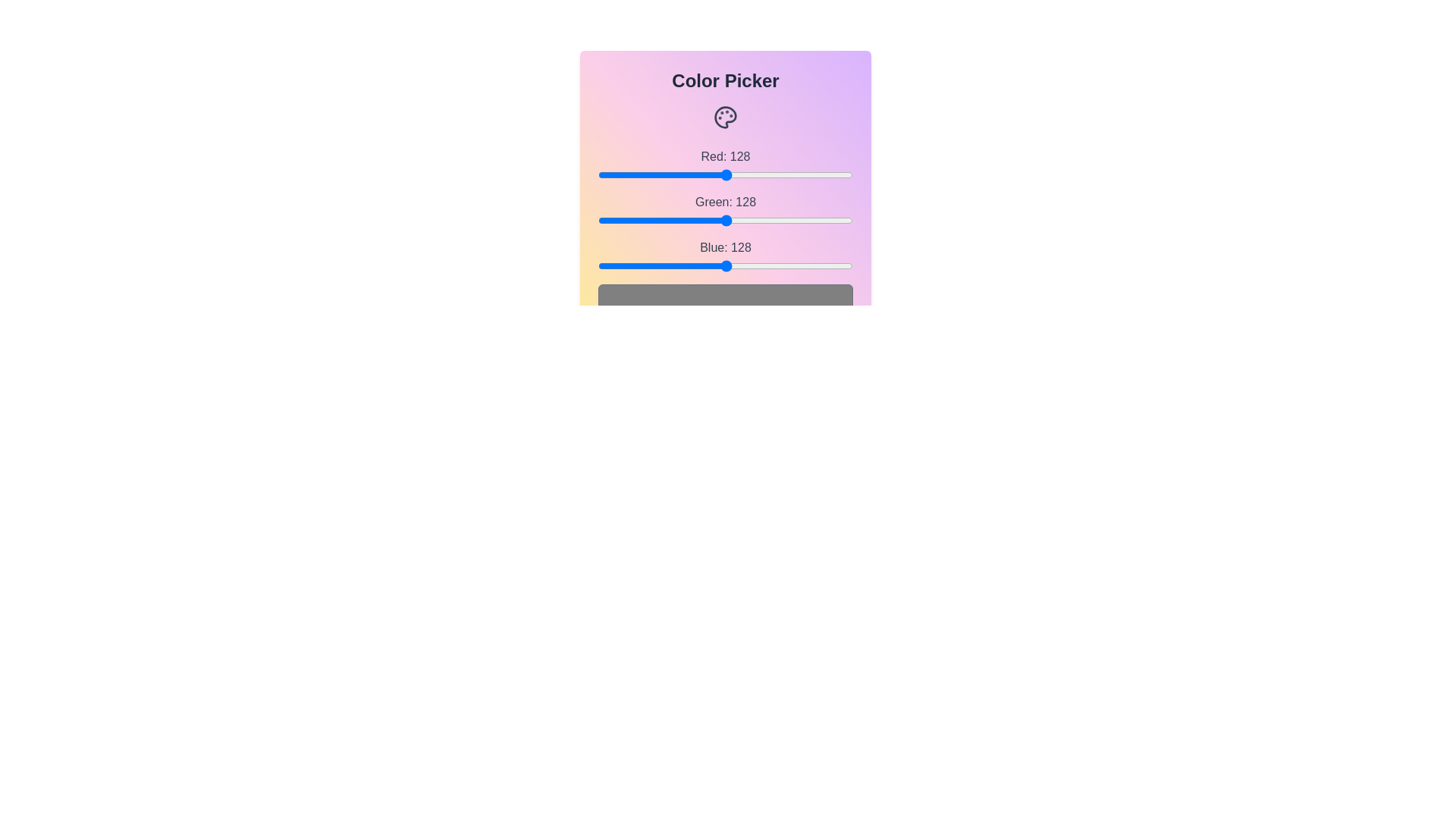  What do you see at coordinates (790, 265) in the screenshot?
I see `the Blue slider to set the blue channel value to 193` at bounding box center [790, 265].